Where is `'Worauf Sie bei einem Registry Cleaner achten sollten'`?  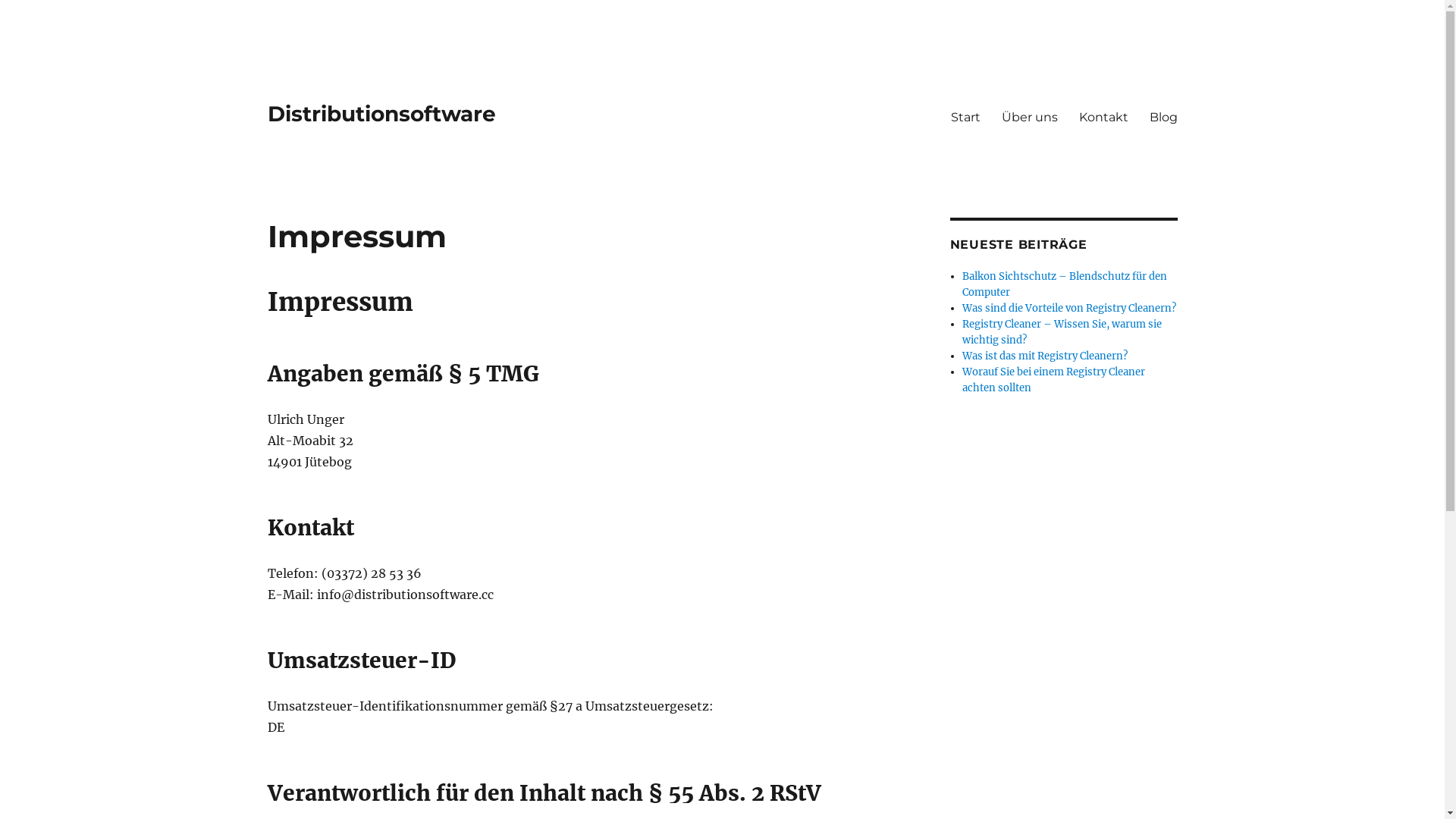 'Worauf Sie bei einem Registry Cleaner achten sollten' is located at coordinates (1053, 379).